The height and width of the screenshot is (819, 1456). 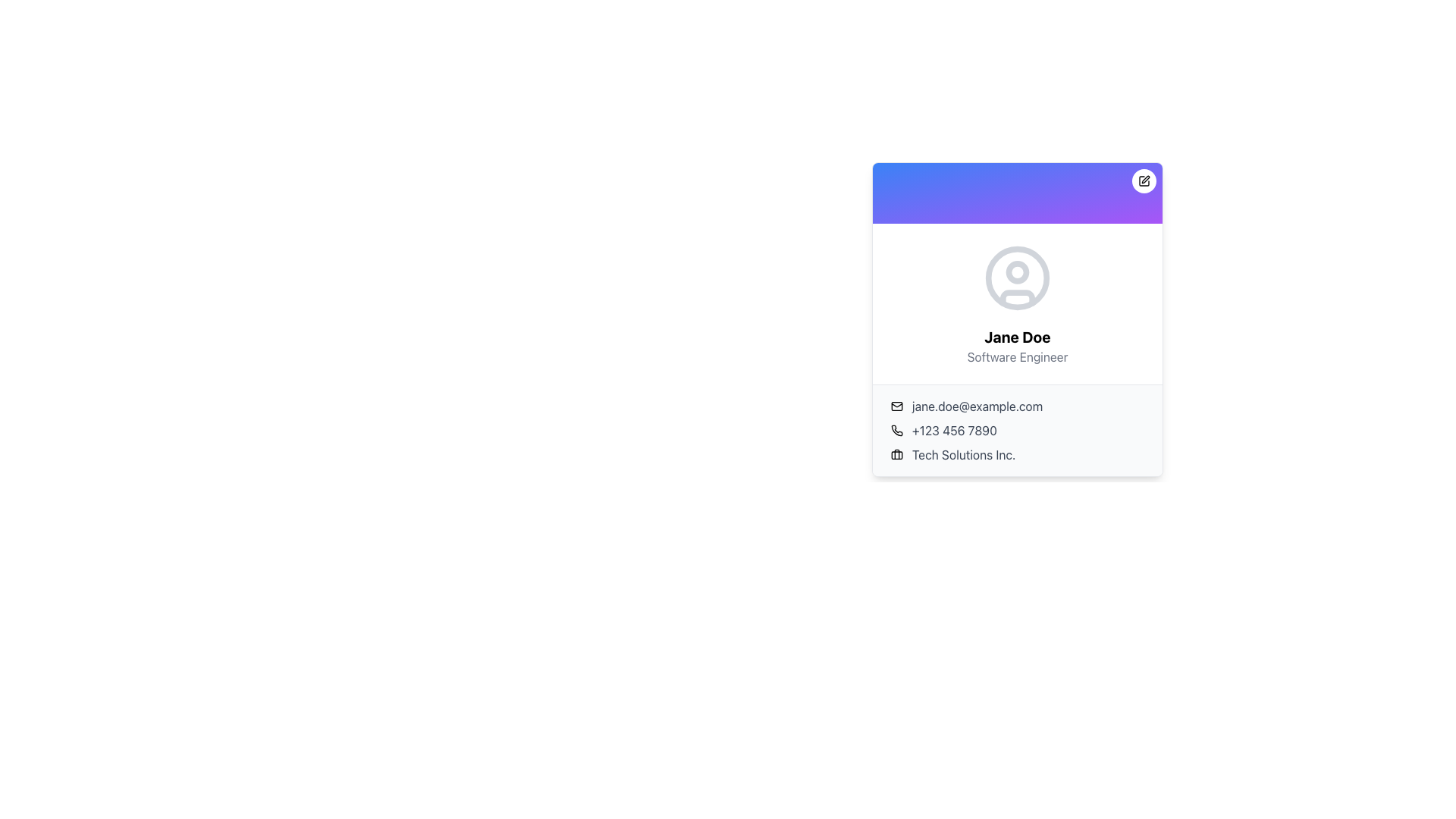 I want to click on the briefcase icon located at the far left of the row containing the text 'Tech Solutions Inc.', positioned at the bottom of a card-like component, so click(x=896, y=454).